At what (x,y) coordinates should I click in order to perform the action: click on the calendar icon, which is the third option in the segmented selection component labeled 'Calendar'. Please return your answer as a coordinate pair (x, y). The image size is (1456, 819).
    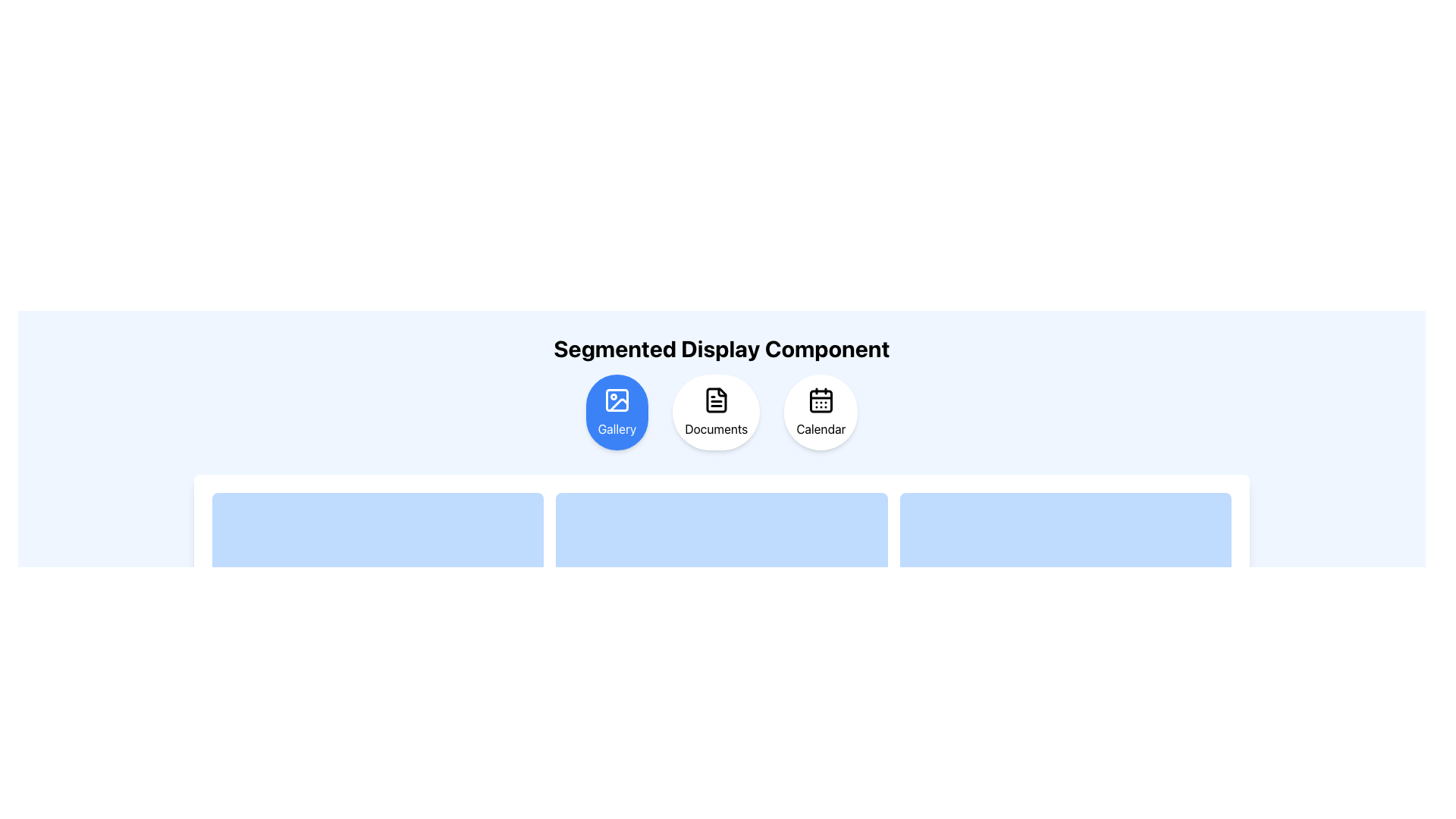
    Looking at the image, I should click on (820, 400).